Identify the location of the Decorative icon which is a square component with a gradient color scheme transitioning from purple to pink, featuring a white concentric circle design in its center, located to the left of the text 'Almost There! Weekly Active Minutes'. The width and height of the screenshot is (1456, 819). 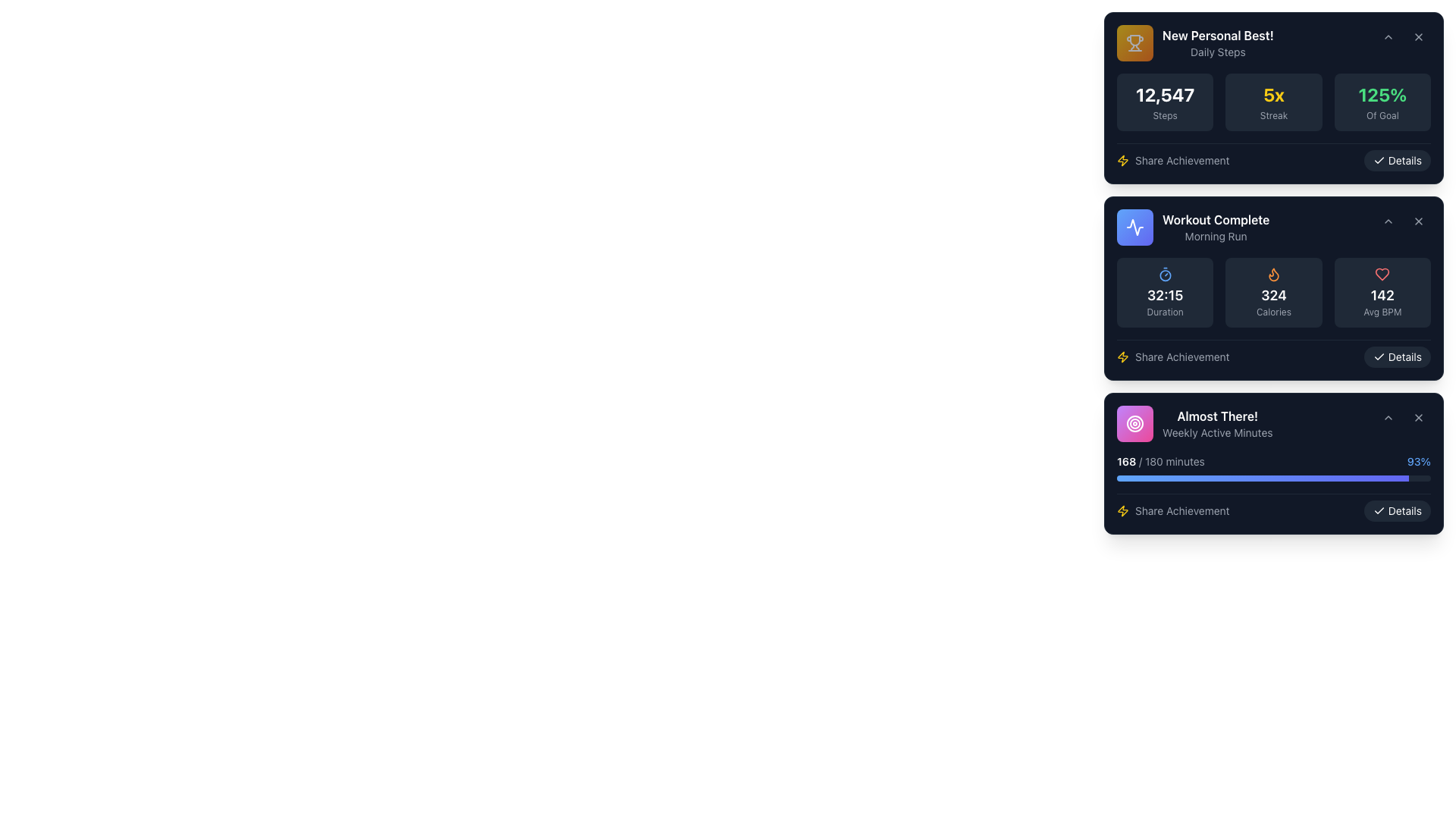
(1135, 424).